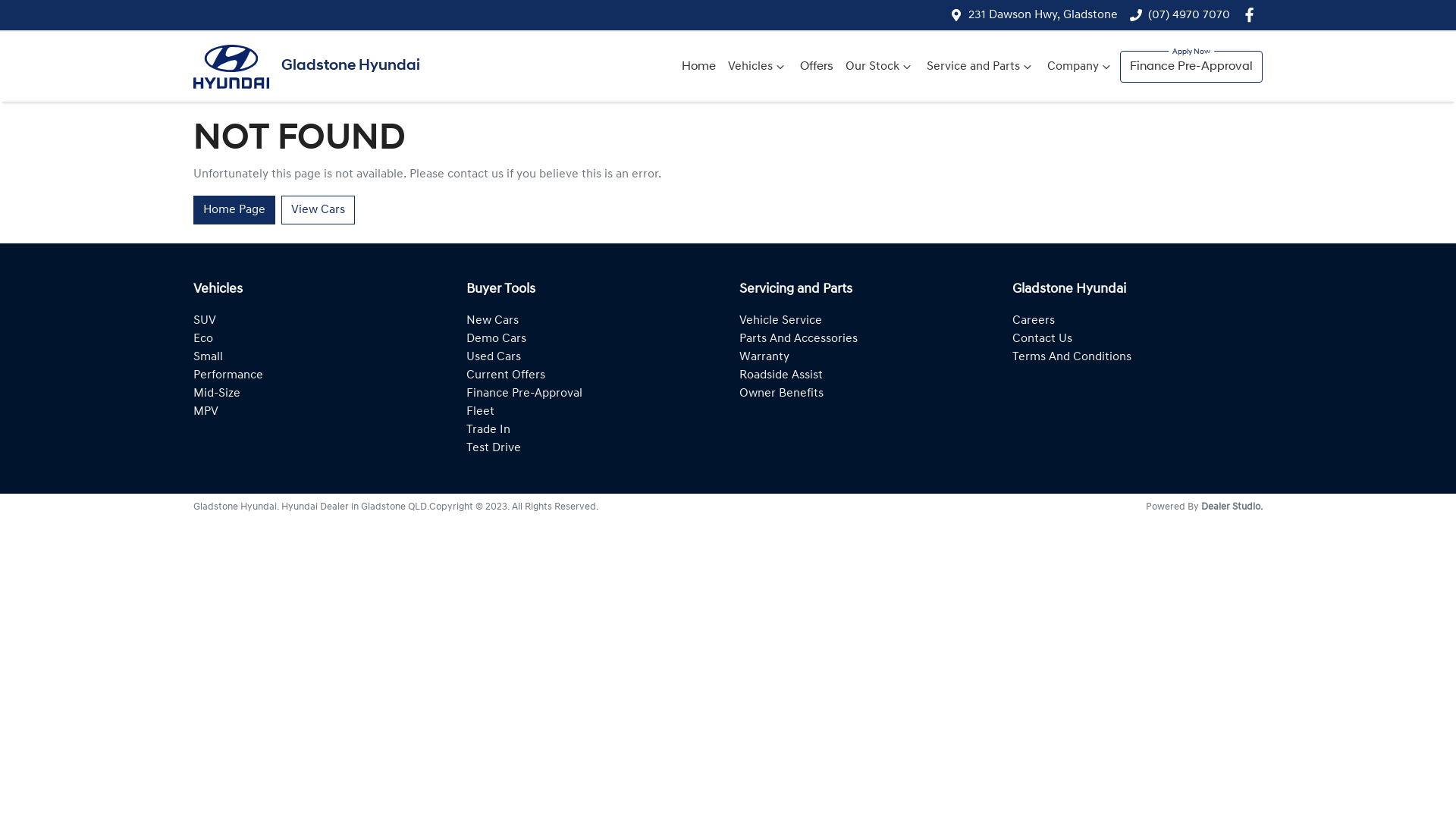 Image resolution: width=1456 pixels, height=819 pixels. What do you see at coordinates (494, 447) in the screenshot?
I see `'Test Drive'` at bounding box center [494, 447].